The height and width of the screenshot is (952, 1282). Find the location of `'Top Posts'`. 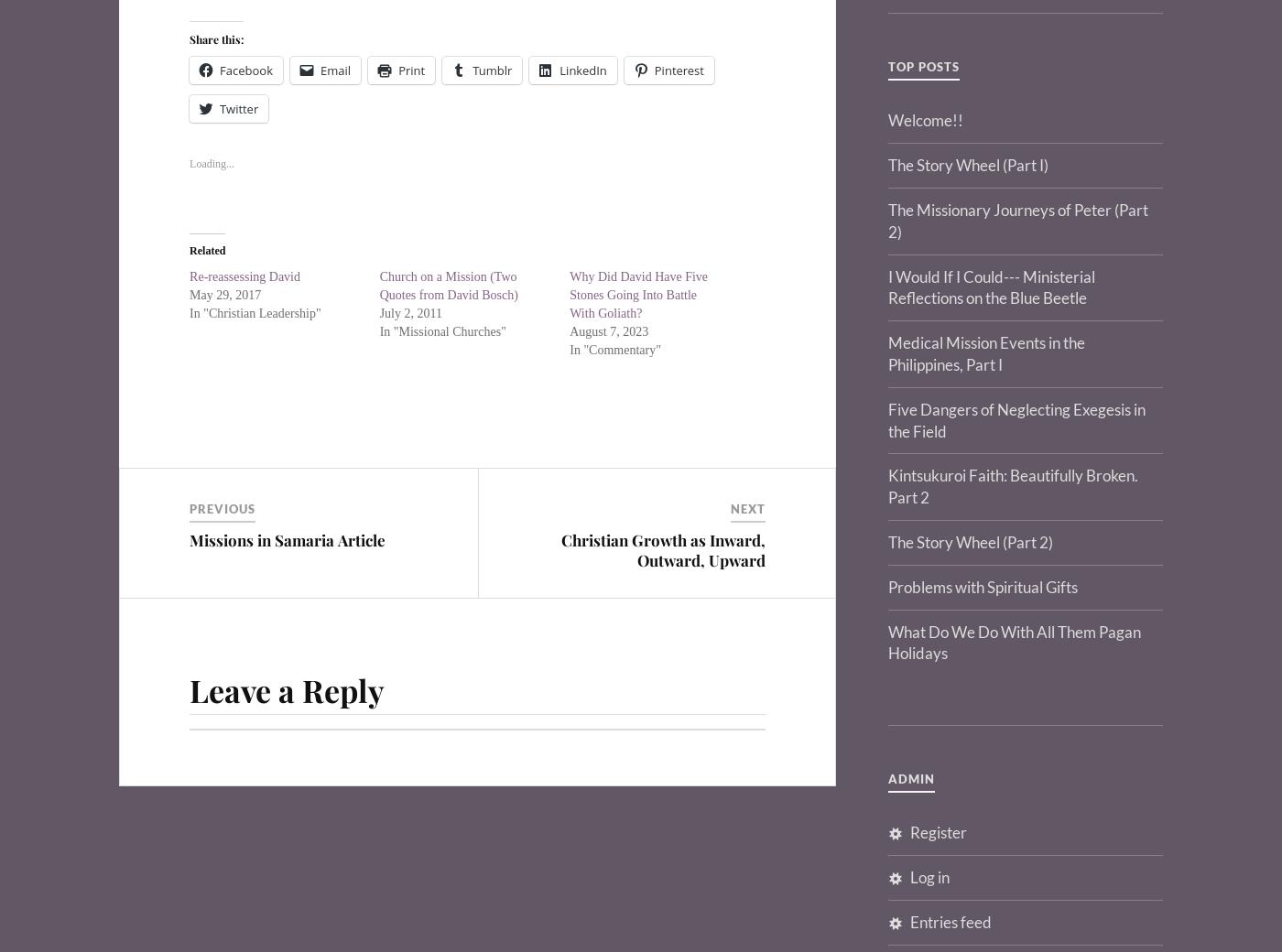

'Top Posts' is located at coordinates (923, 64).